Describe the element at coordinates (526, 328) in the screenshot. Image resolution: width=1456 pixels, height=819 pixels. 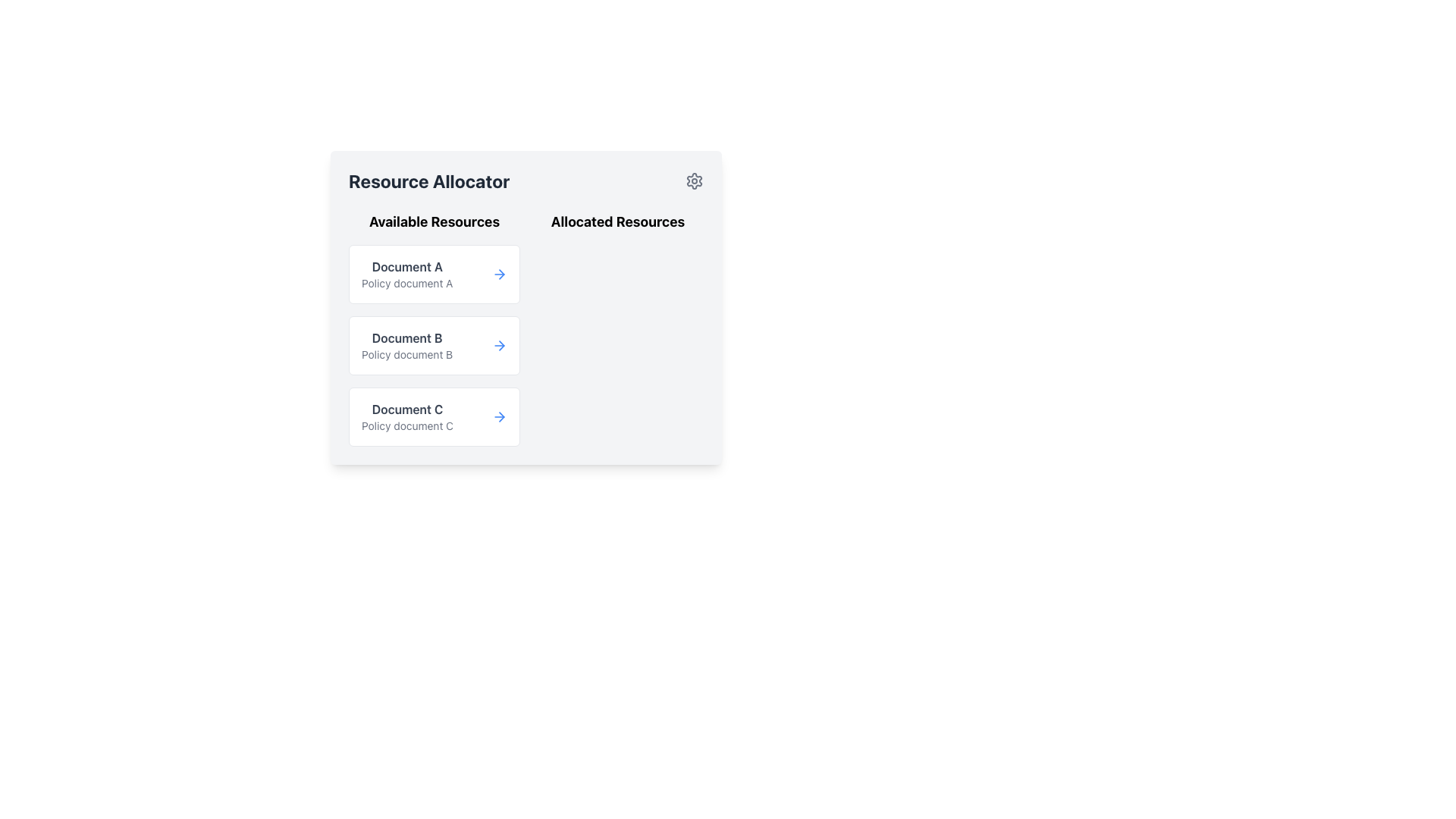
I see `a resource from the 'Available Resources' column in the Content Section` at that location.